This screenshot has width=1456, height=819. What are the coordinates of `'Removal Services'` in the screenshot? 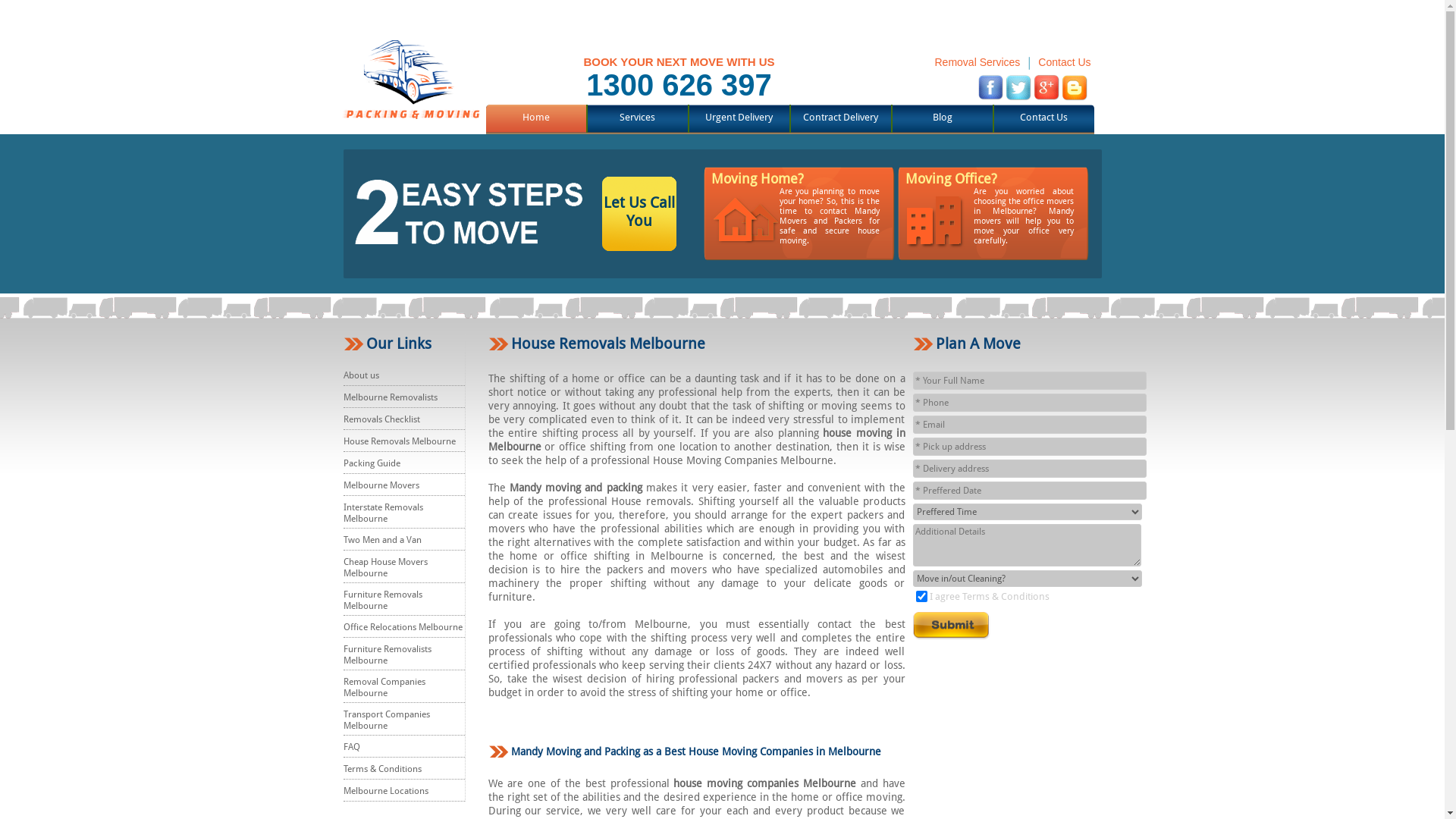 It's located at (934, 61).